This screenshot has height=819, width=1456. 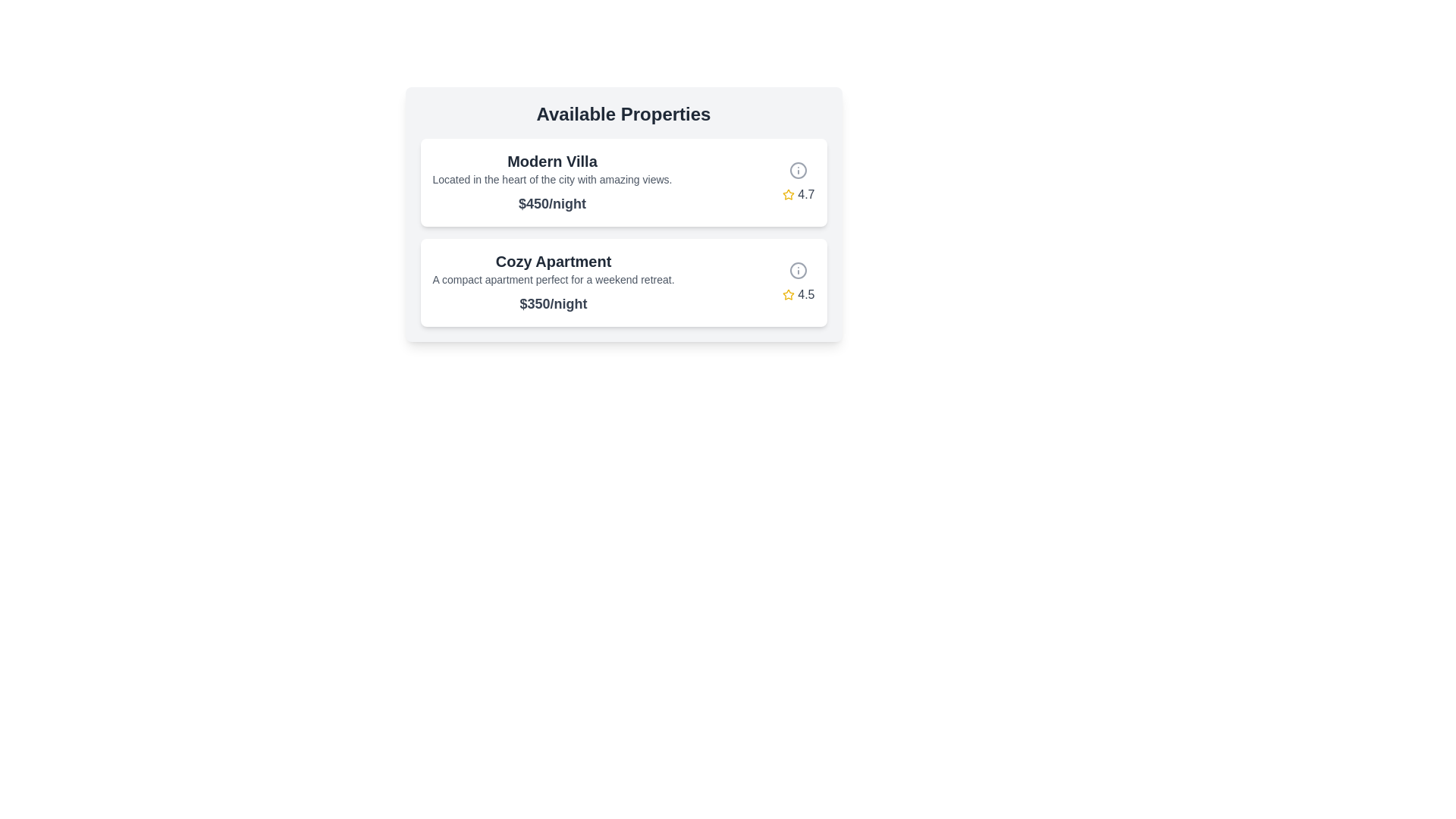 What do you see at coordinates (552, 280) in the screenshot?
I see `the text block displaying 'A compact apartment perfect for a weekend retreat.' which is located below the title 'Cozy Apartment'` at bounding box center [552, 280].